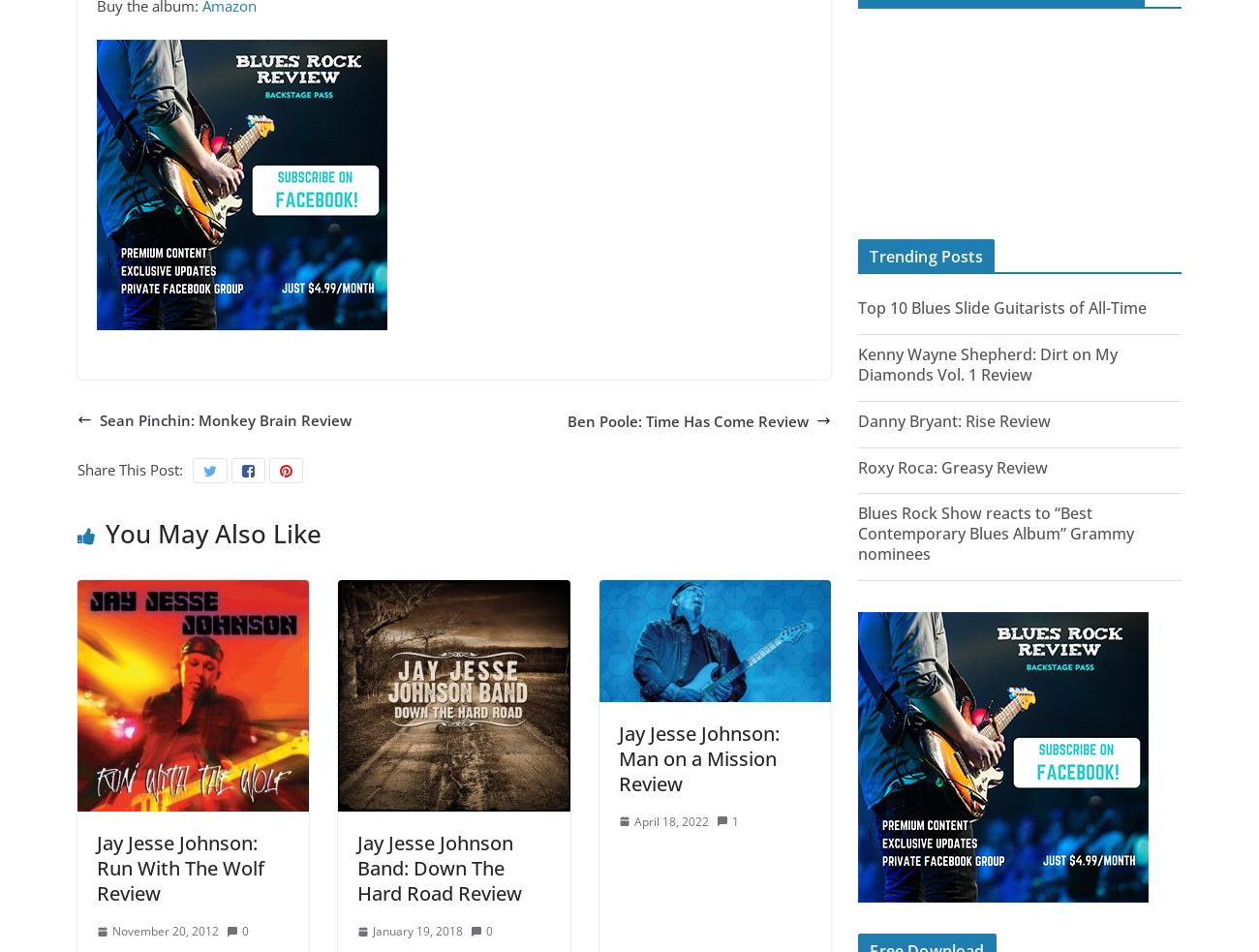 The height and width of the screenshot is (952, 1259). I want to click on 'Ben Poole: Time Has Come Review', so click(688, 418).